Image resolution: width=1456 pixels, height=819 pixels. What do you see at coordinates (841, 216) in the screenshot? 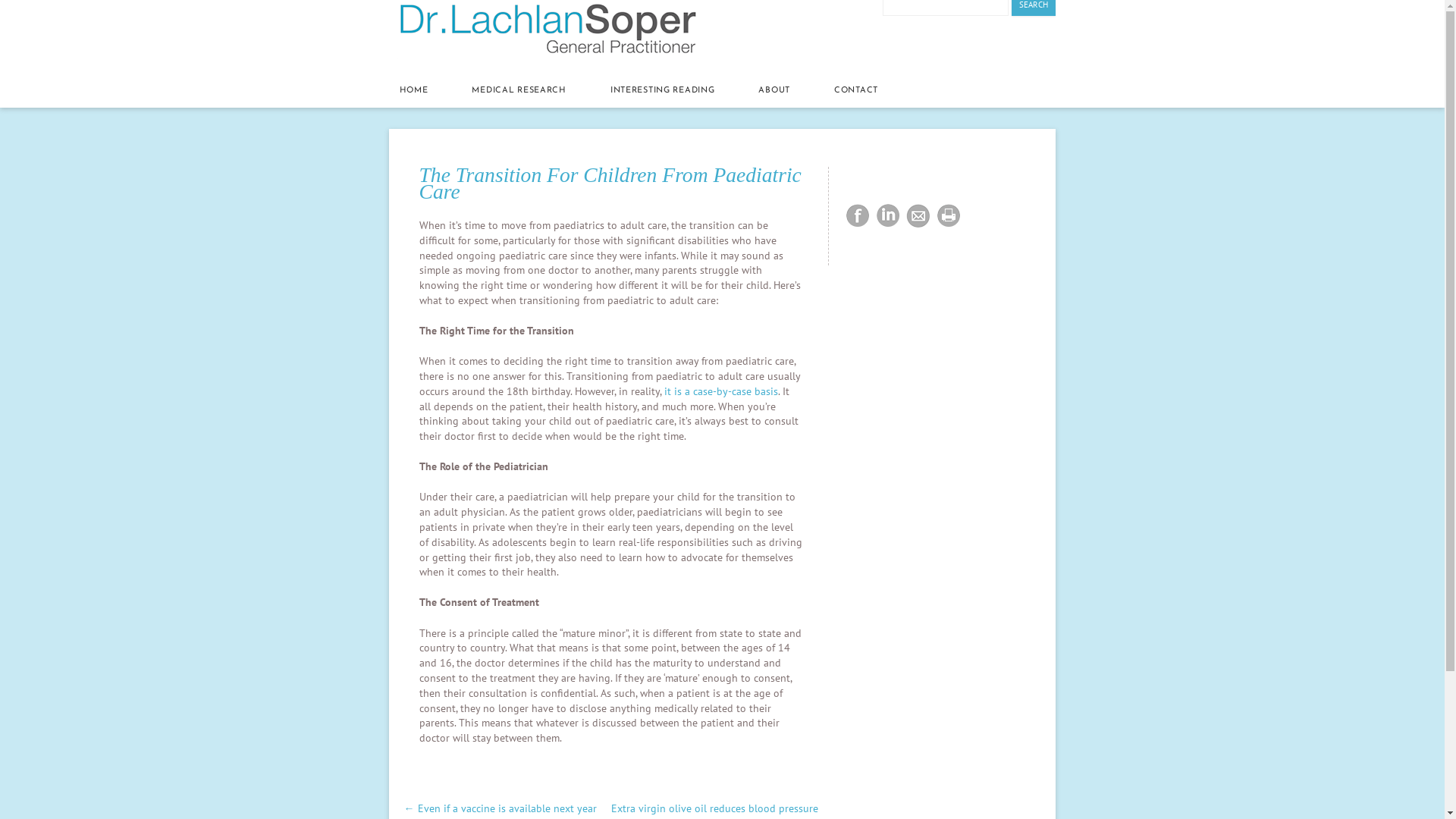
I see `'Facebook'` at bounding box center [841, 216].